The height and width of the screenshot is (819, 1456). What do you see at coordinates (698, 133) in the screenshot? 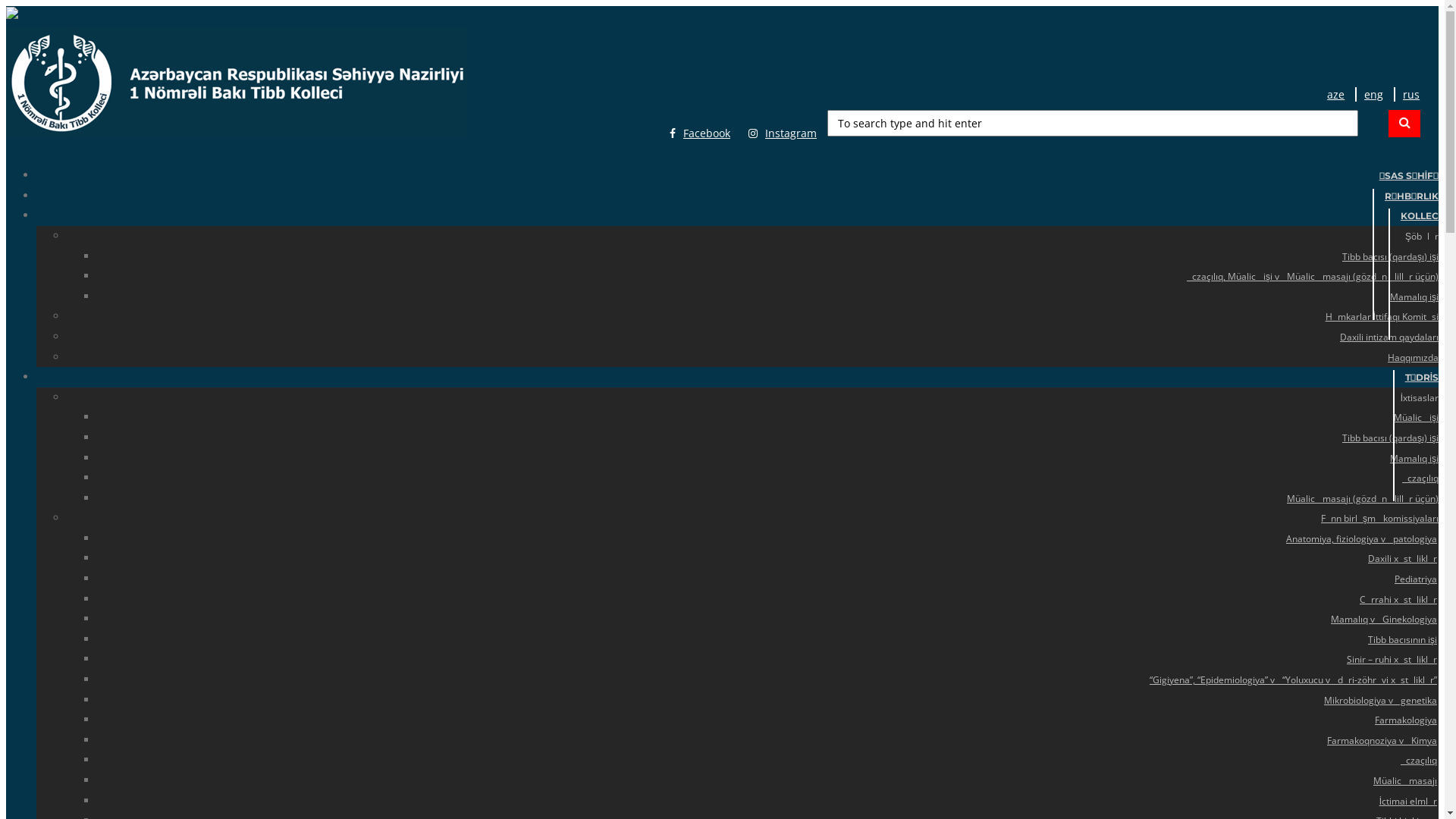
I see `'Facebook'` at bounding box center [698, 133].